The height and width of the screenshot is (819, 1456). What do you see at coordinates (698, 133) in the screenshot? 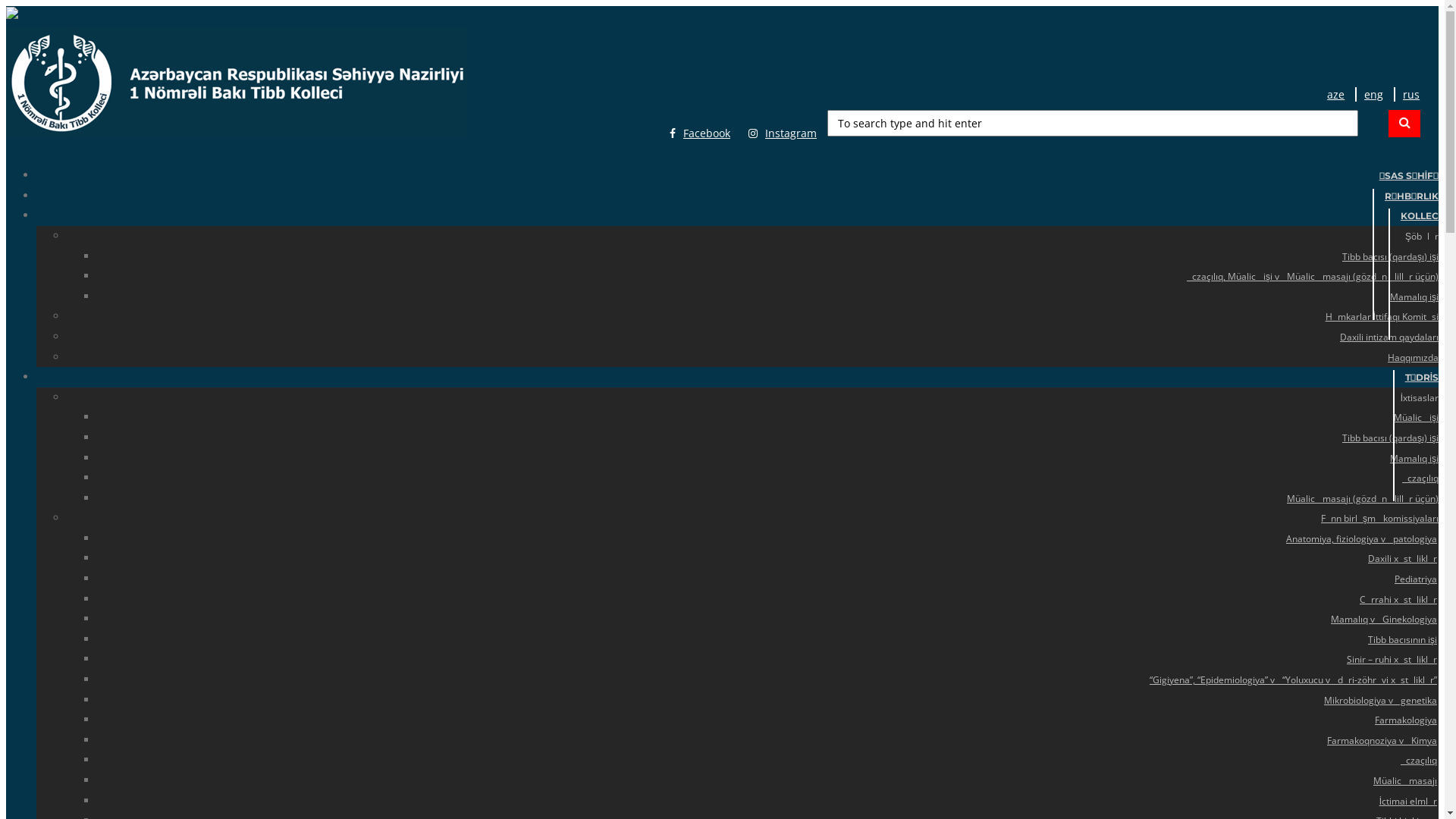
I see `'Facebook'` at bounding box center [698, 133].